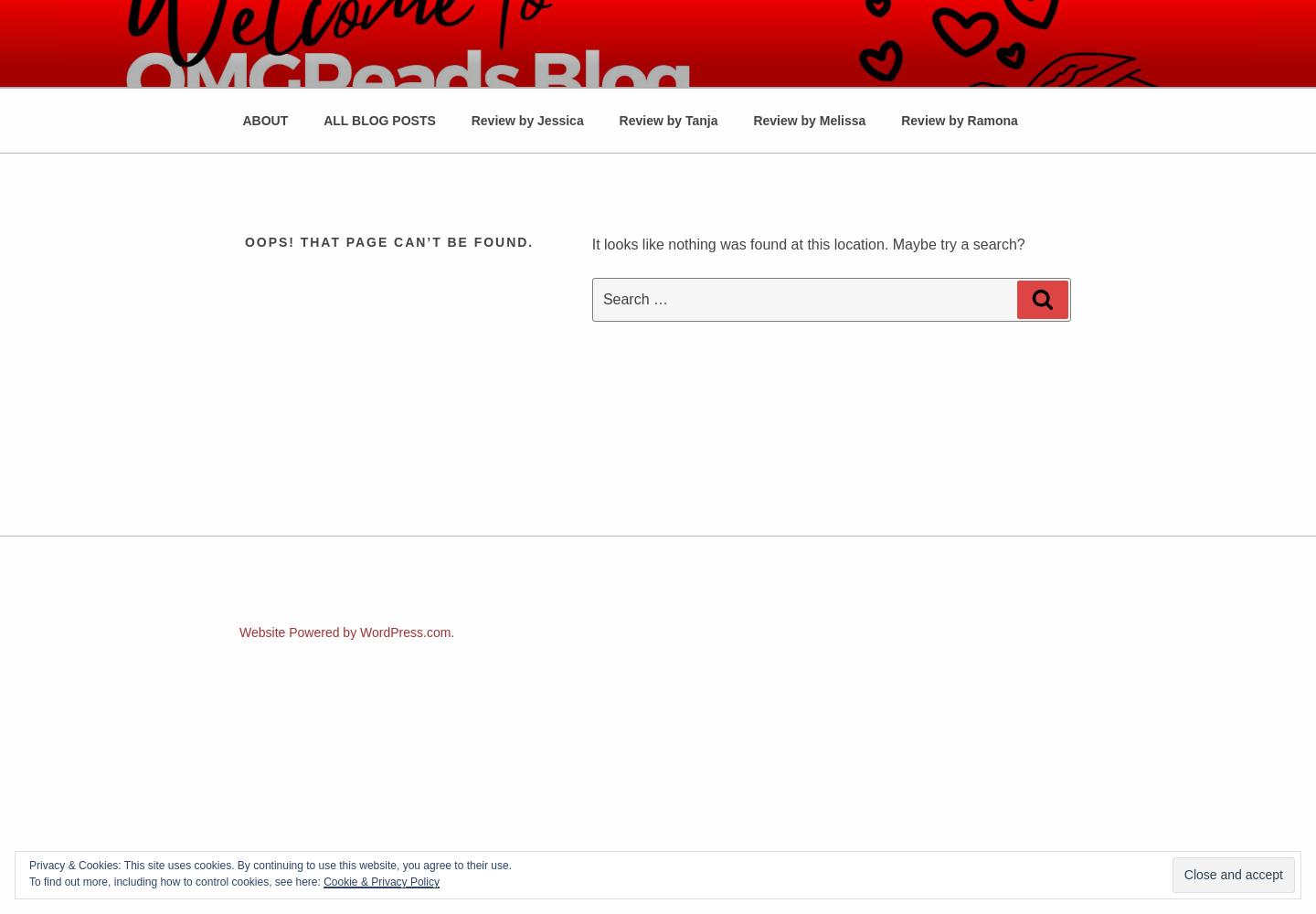 This screenshot has width=1316, height=914. Describe the element at coordinates (808, 120) in the screenshot. I see `'Review by Melissa'` at that location.